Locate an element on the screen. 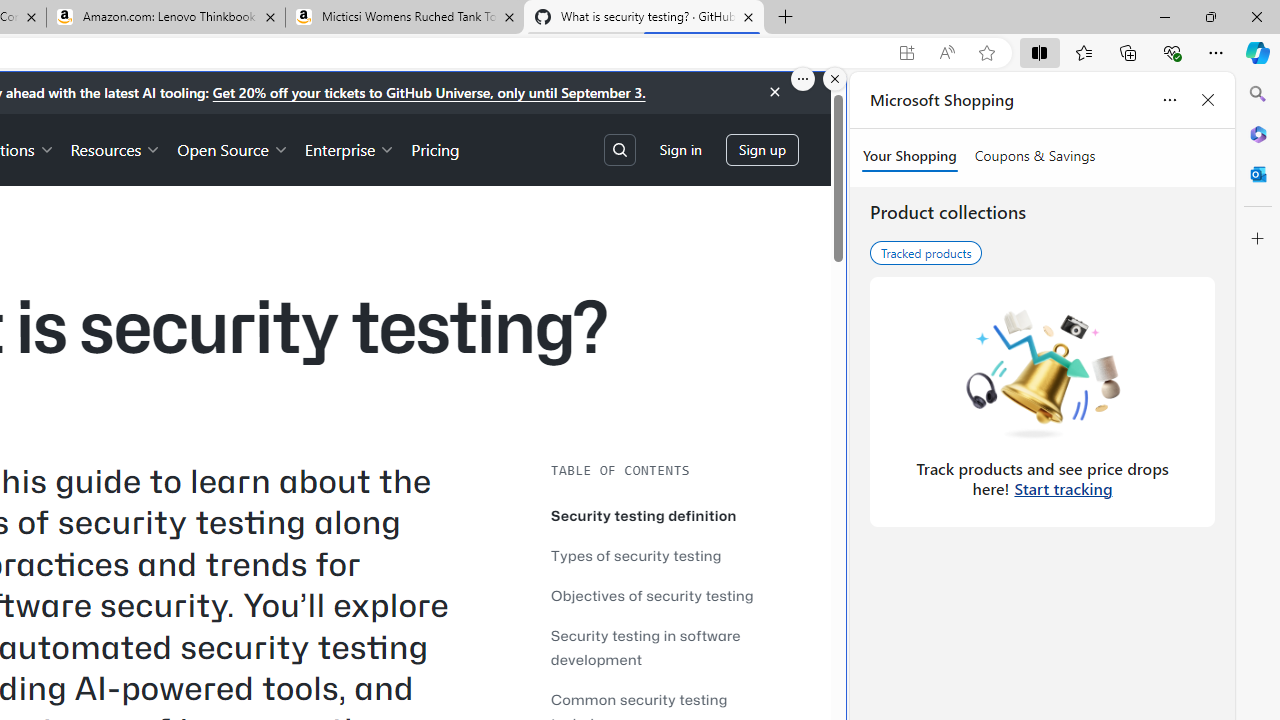 The image size is (1280, 720). 'Enterprise' is located at coordinates (350, 148).